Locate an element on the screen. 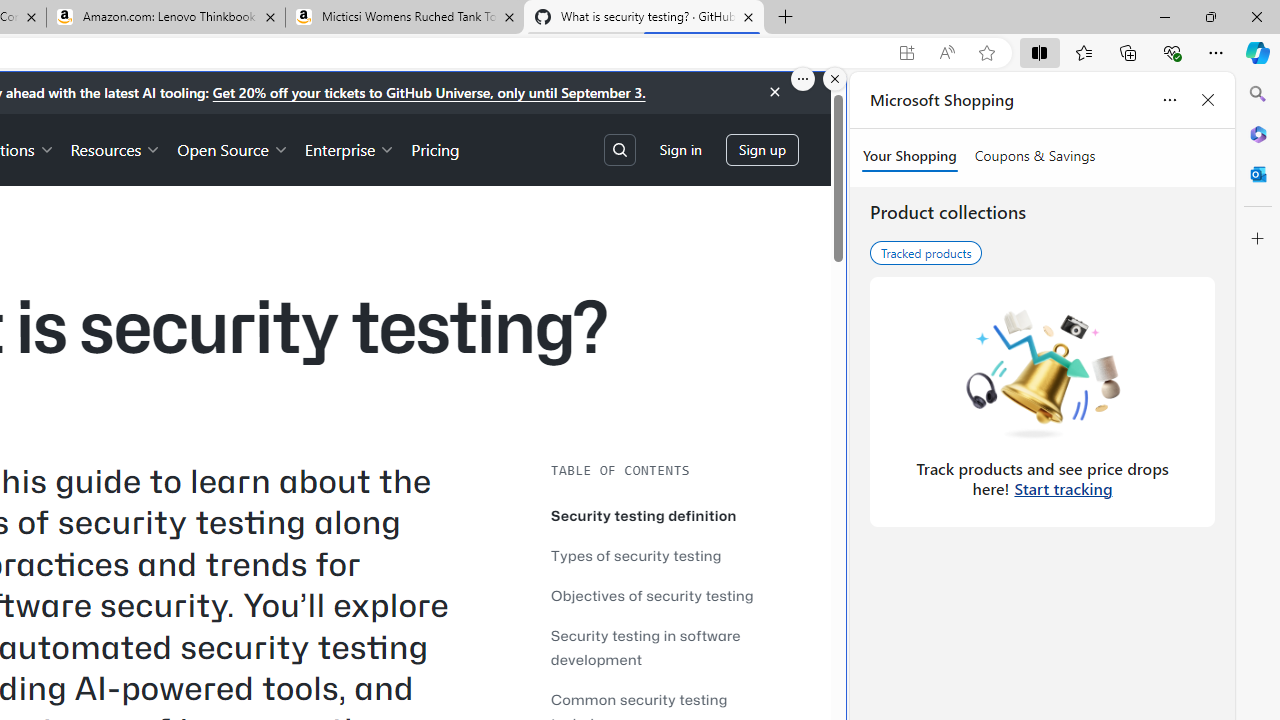 The image size is (1280, 720). 'Enterprise' is located at coordinates (350, 148).